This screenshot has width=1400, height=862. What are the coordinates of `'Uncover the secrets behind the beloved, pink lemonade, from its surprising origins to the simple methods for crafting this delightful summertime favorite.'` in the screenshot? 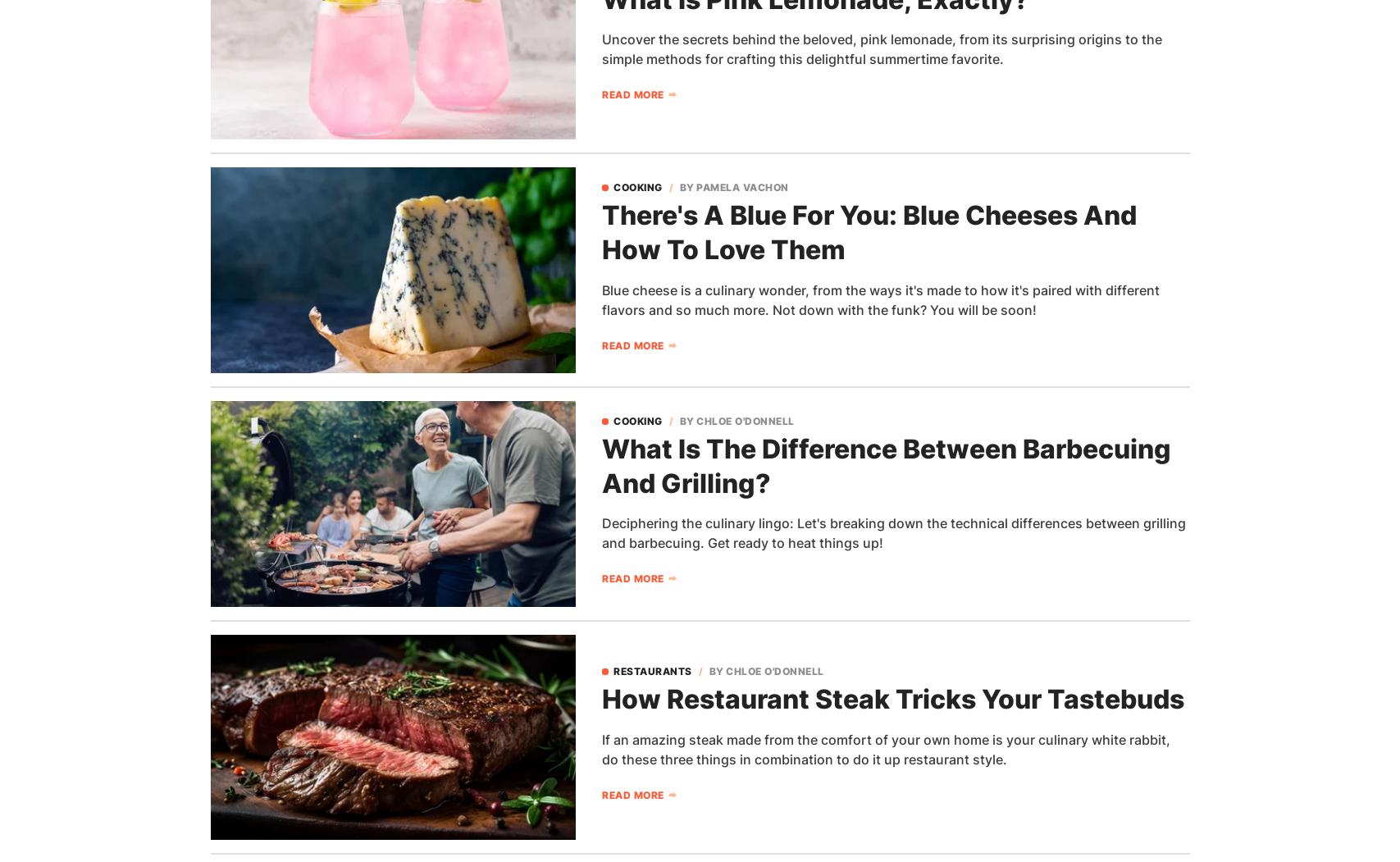 It's located at (602, 48).